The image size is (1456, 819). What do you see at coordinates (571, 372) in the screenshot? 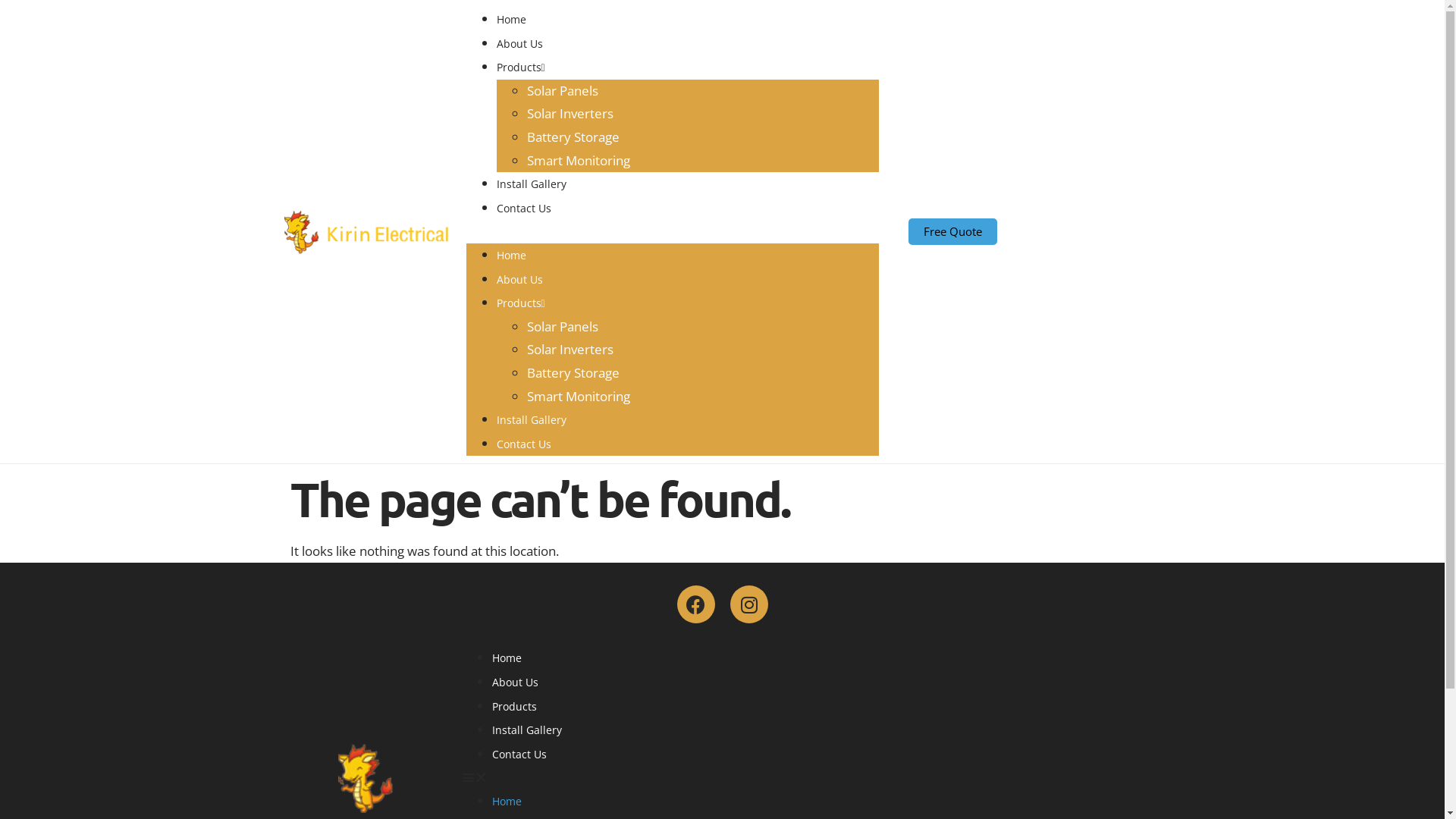
I see `'Battery Storage'` at bounding box center [571, 372].